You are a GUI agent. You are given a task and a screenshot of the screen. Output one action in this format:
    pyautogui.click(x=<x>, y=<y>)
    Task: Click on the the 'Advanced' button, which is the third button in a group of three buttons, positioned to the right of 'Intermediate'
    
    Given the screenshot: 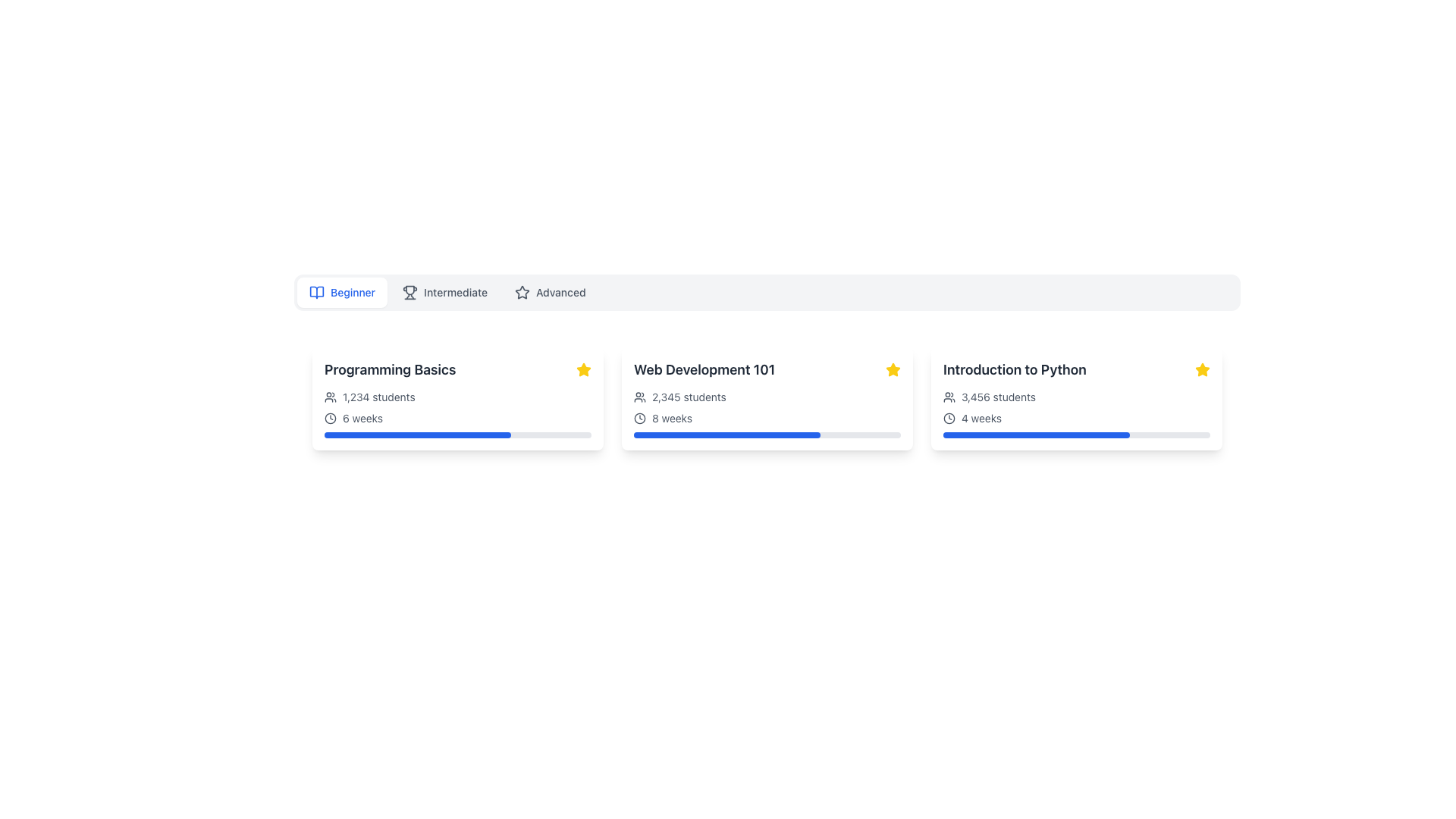 What is the action you would take?
    pyautogui.click(x=549, y=292)
    